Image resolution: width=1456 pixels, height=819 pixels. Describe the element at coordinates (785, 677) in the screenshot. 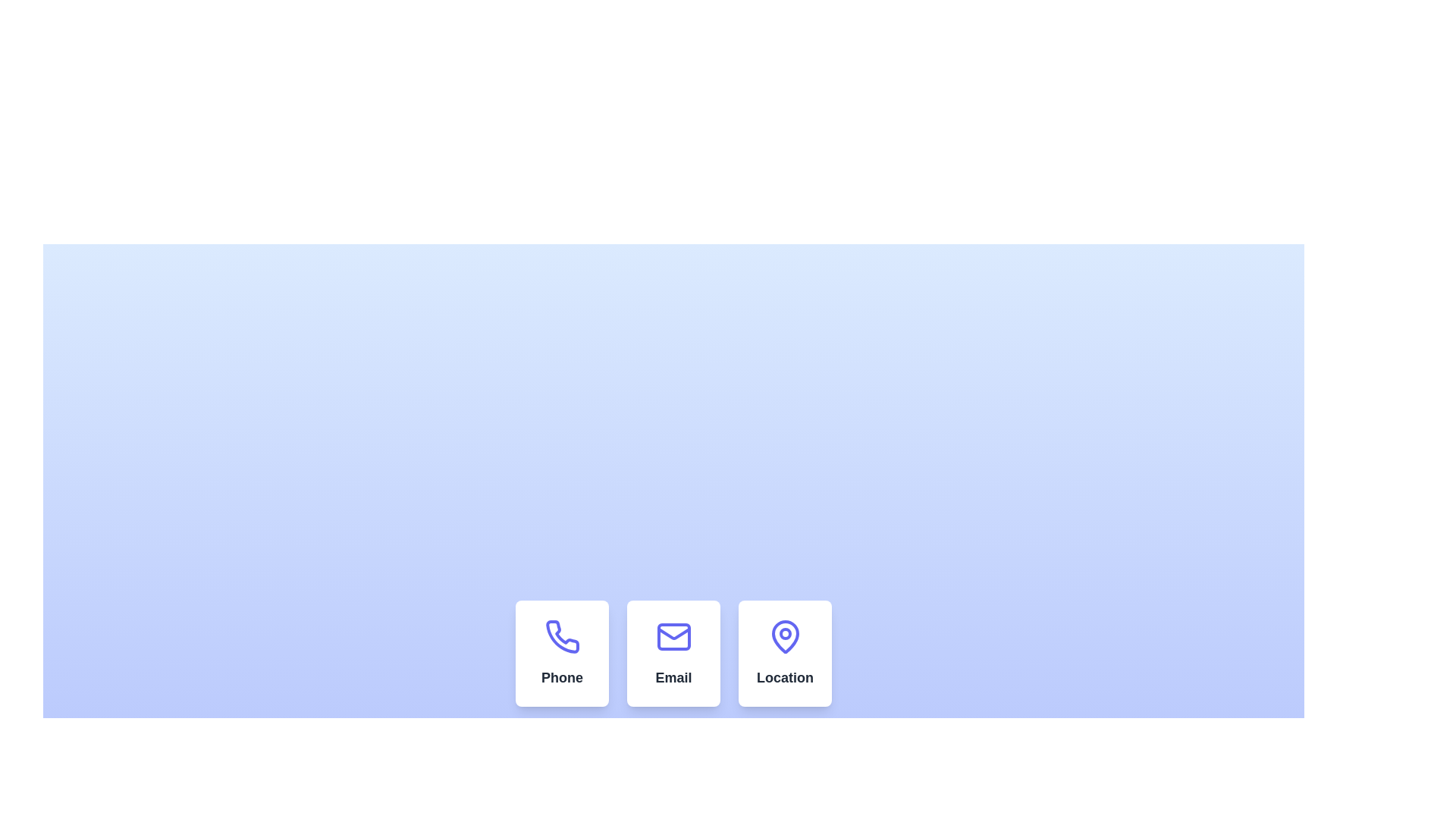

I see `the 'Location' text label, which is styled in bold font and located in the bottom-right of a card, below a map pin icon` at that location.